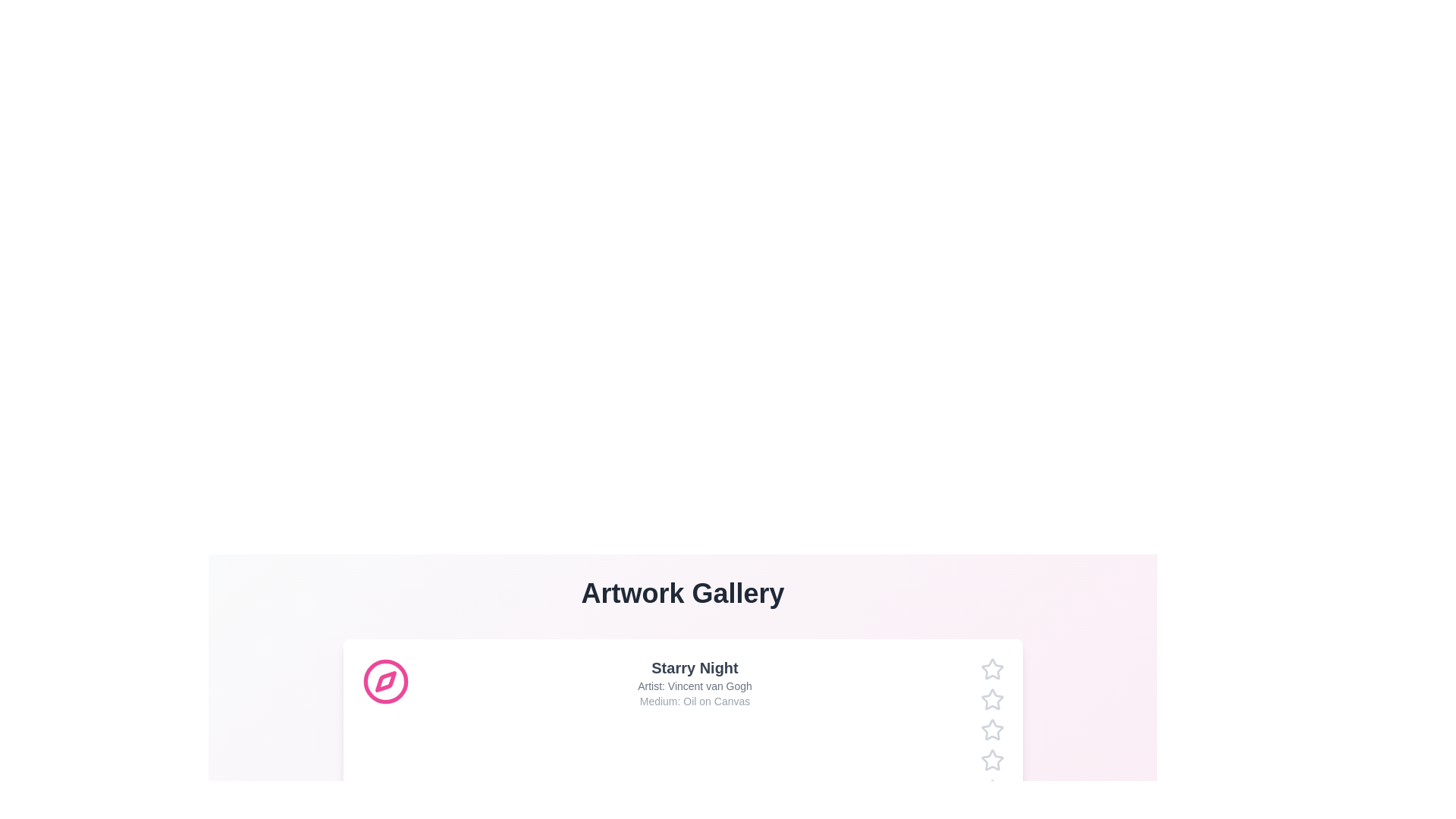  Describe the element at coordinates (980, 669) in the screenshot. I see `the rating for the artwork 'Starry Night' to 1 stars` at that location.